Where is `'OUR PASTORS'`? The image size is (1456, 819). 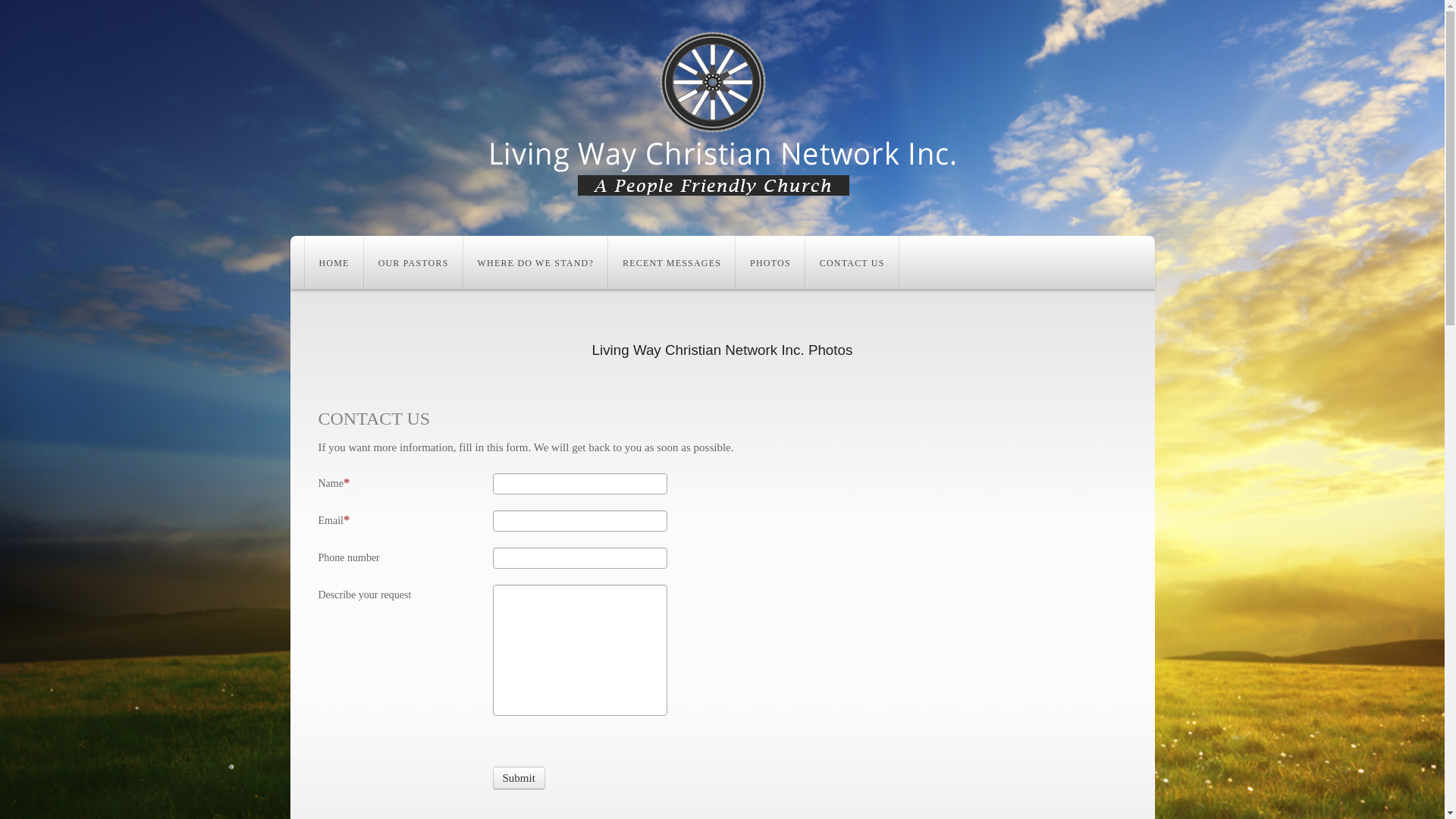 'OUR PASTORS' is located at coordinates (413, 262).